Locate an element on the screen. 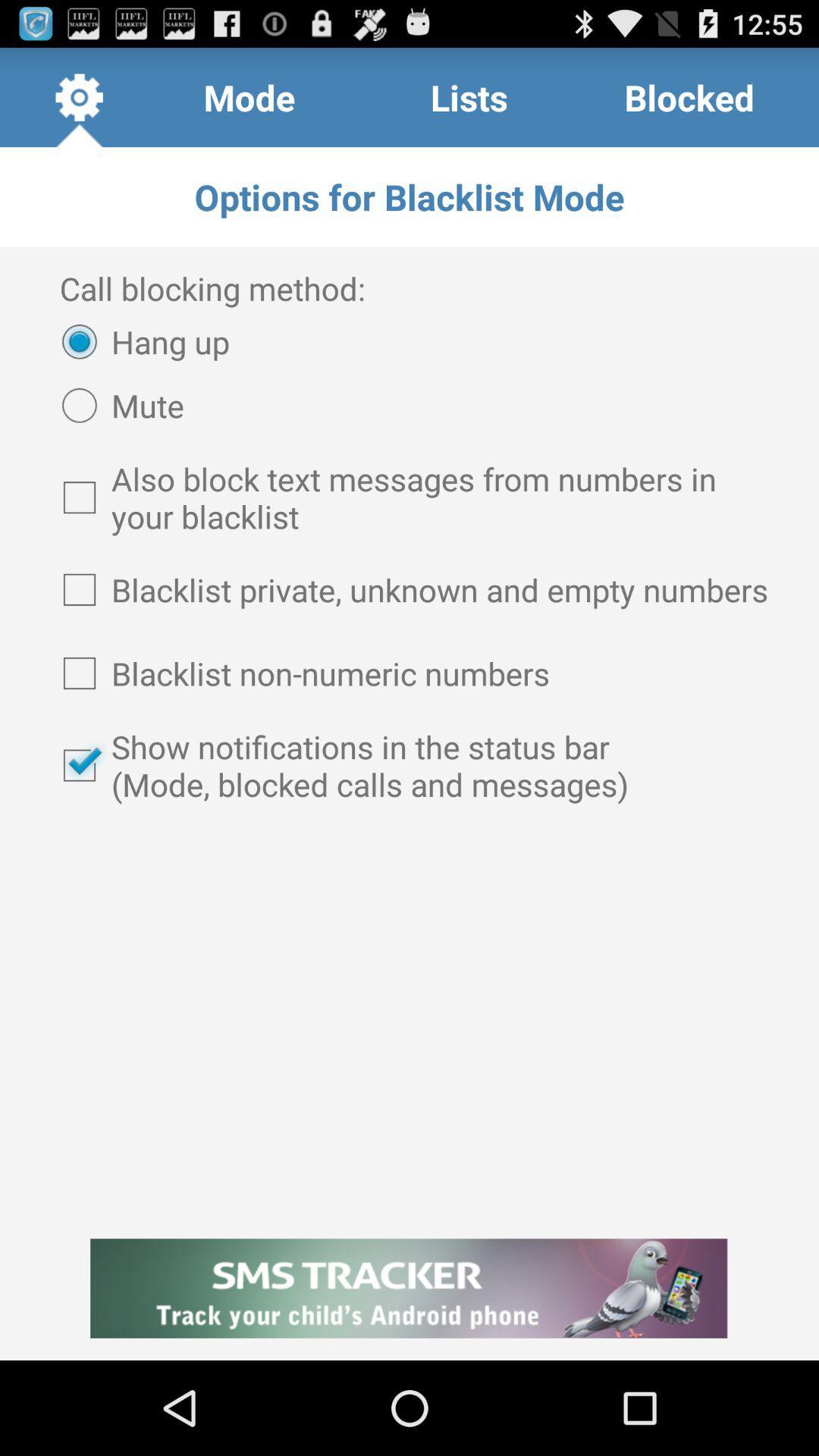  mute radio button is located at coordinates (115, 405).